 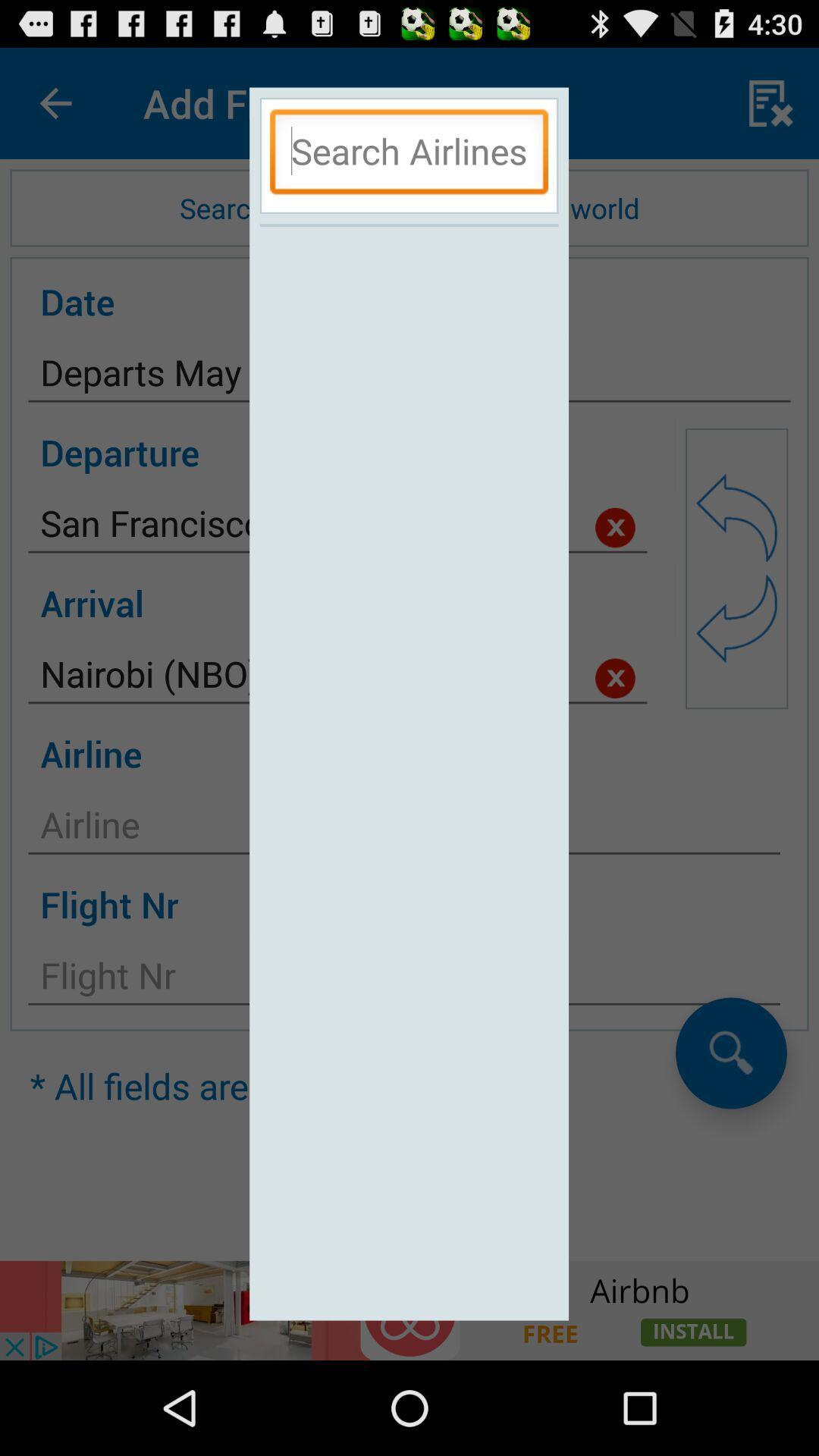 What do you see at coordinates (408, 155) in the screenshot?
I see `the item at the top` at bounding box center [408, 155].